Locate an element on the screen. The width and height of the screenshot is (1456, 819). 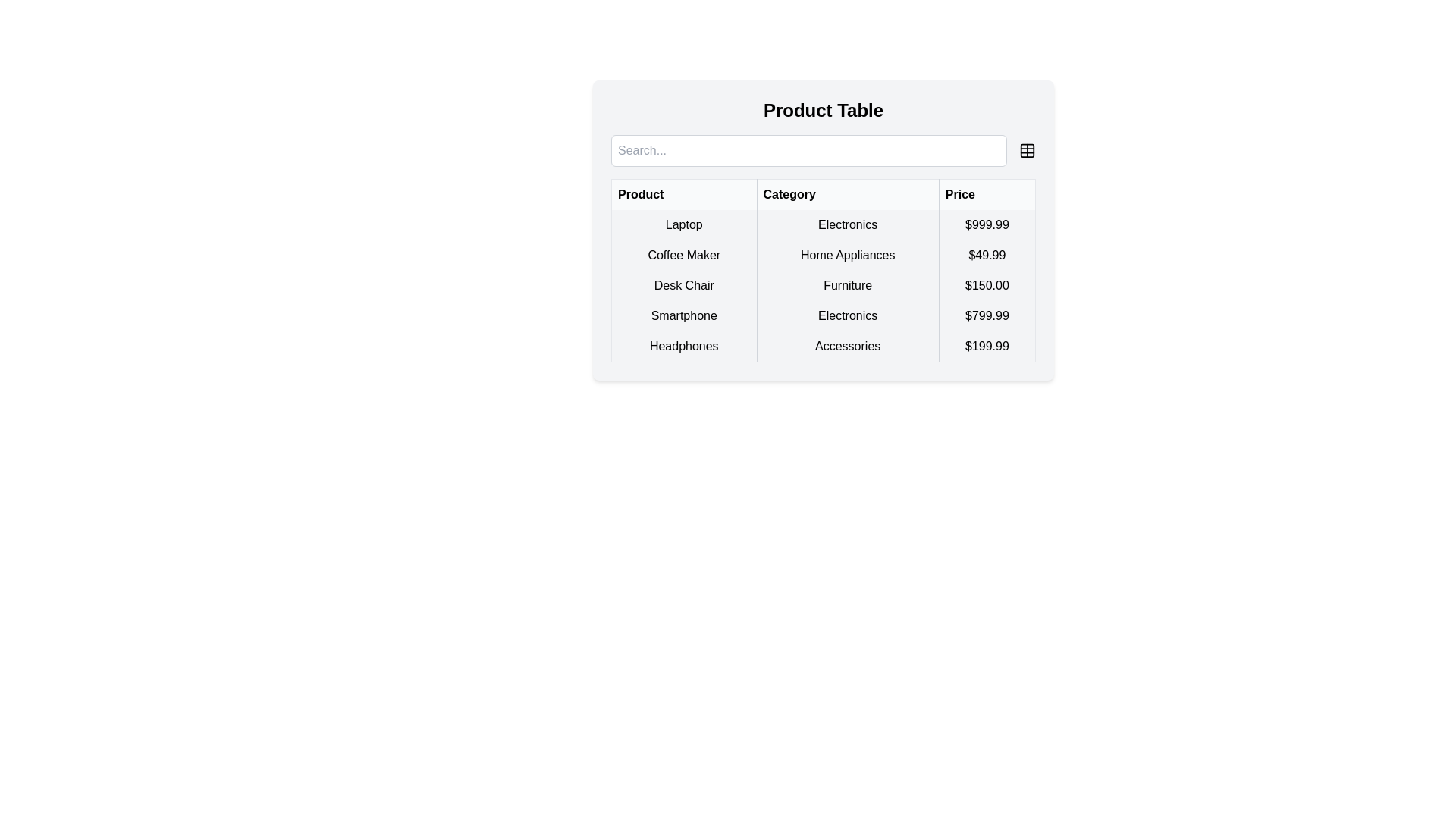
the static text element displaying the price '$49.99' in bold black text, located in the third column of the second row of the 'Product Table' is located at coordinates (987, 254).